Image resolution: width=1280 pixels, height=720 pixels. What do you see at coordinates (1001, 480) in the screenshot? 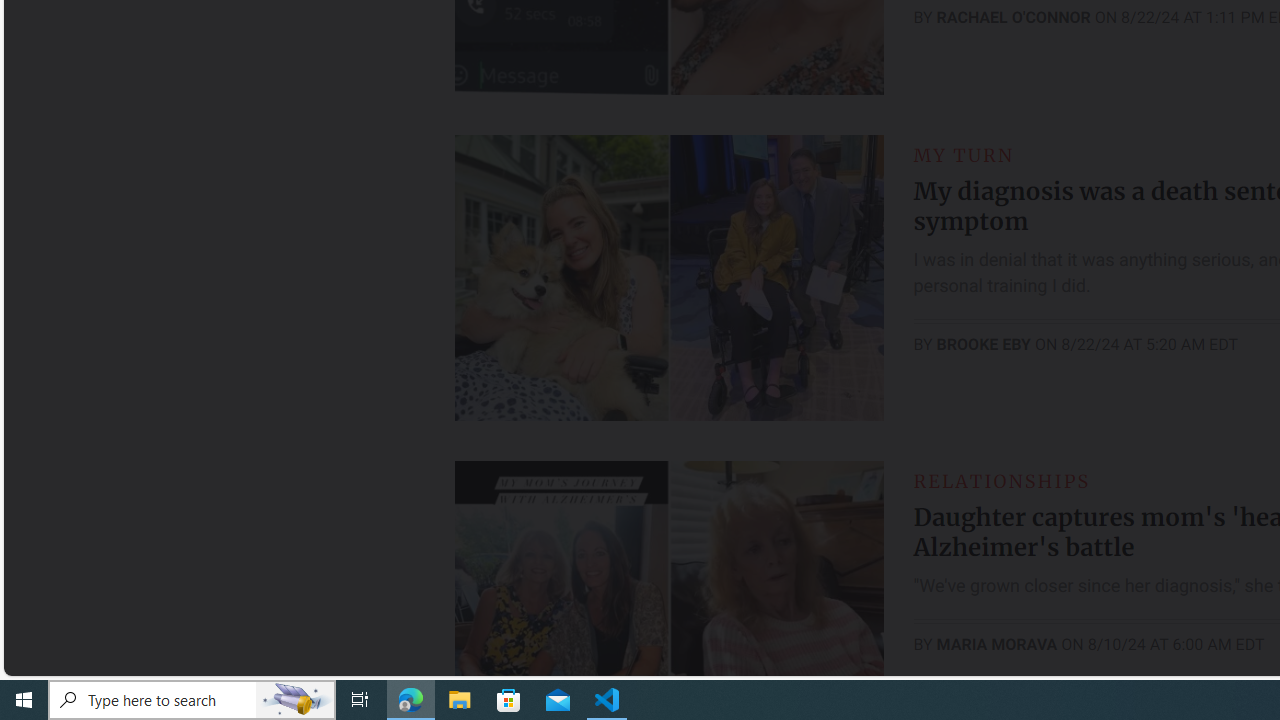
I see `'RELATIONSHIPS'` at bounding box center [1001, 480].